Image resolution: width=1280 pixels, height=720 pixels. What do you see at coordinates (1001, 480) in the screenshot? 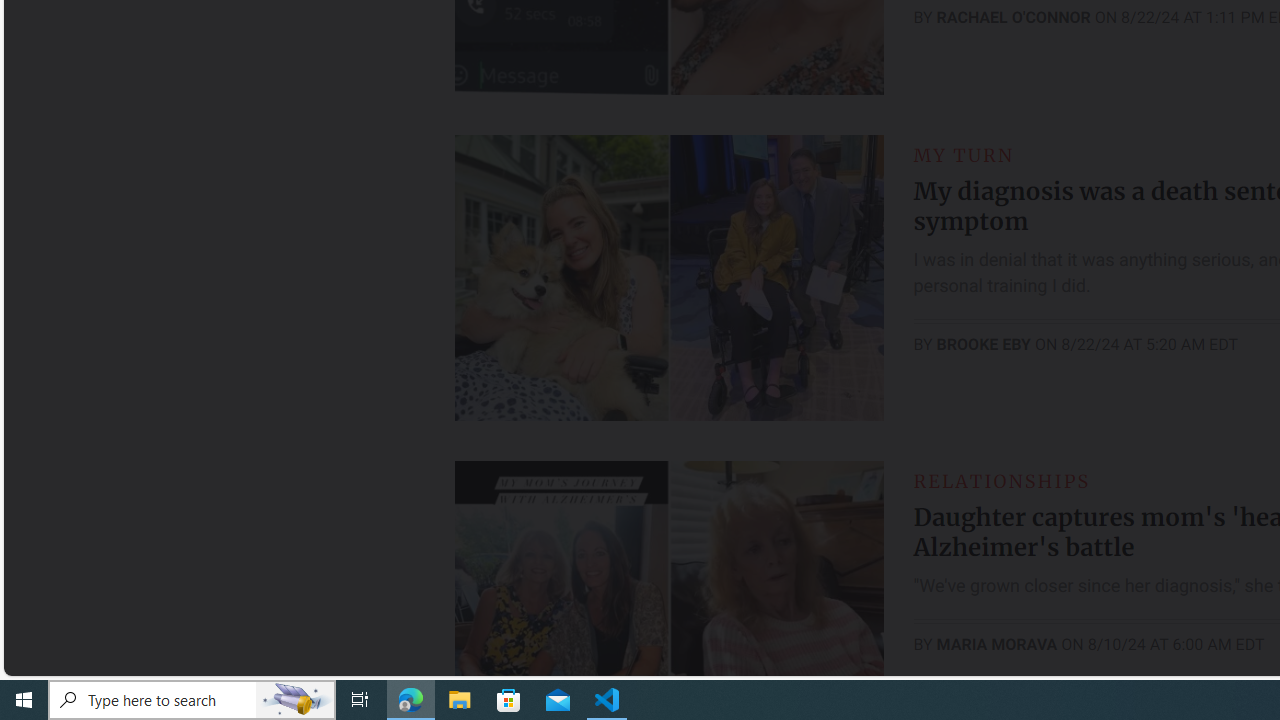
I see `'RELATIONSHIPS'` at bounding box center [1001, 480].